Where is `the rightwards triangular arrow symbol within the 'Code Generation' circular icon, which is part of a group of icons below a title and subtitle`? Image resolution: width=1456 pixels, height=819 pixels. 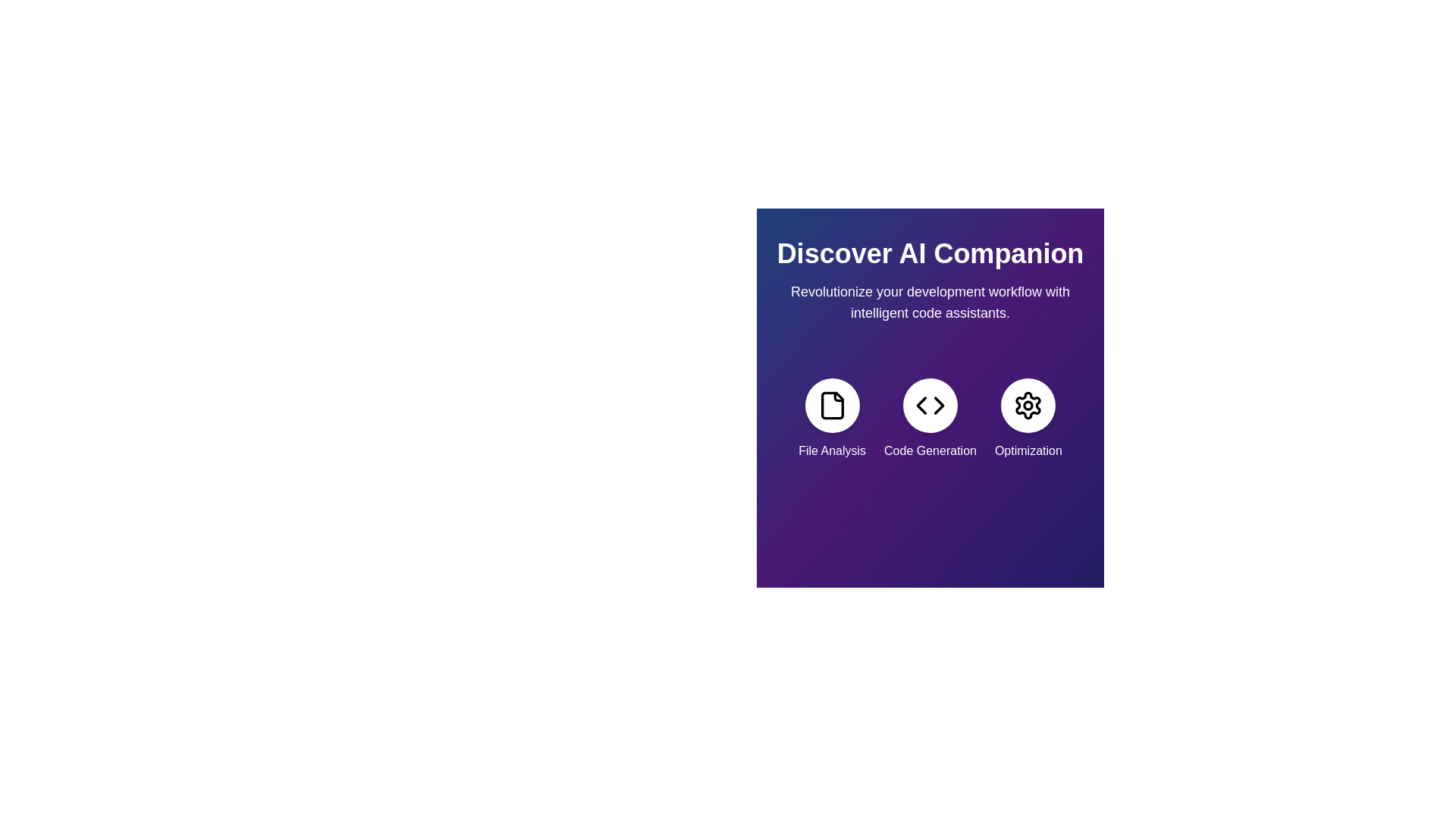 the rightwards triangular arrow symbol within the 'Code Generation' circular icon, which is part of a group of icons below a title and subtitle is located at coordinates (938, 405).